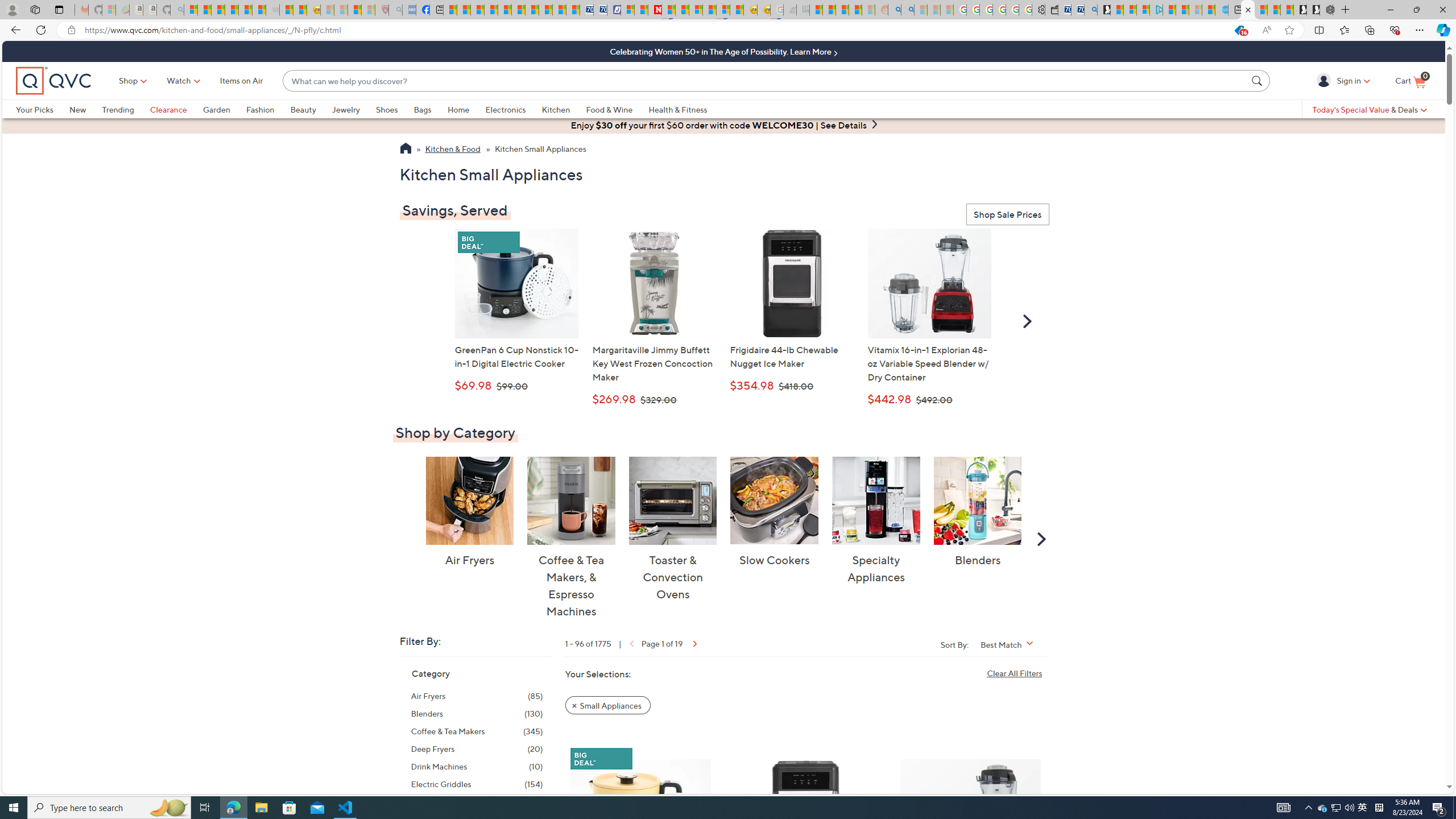  Describe the element at coordinates (168, 109) in the screenshot. I see `'Clearance'` at that location.